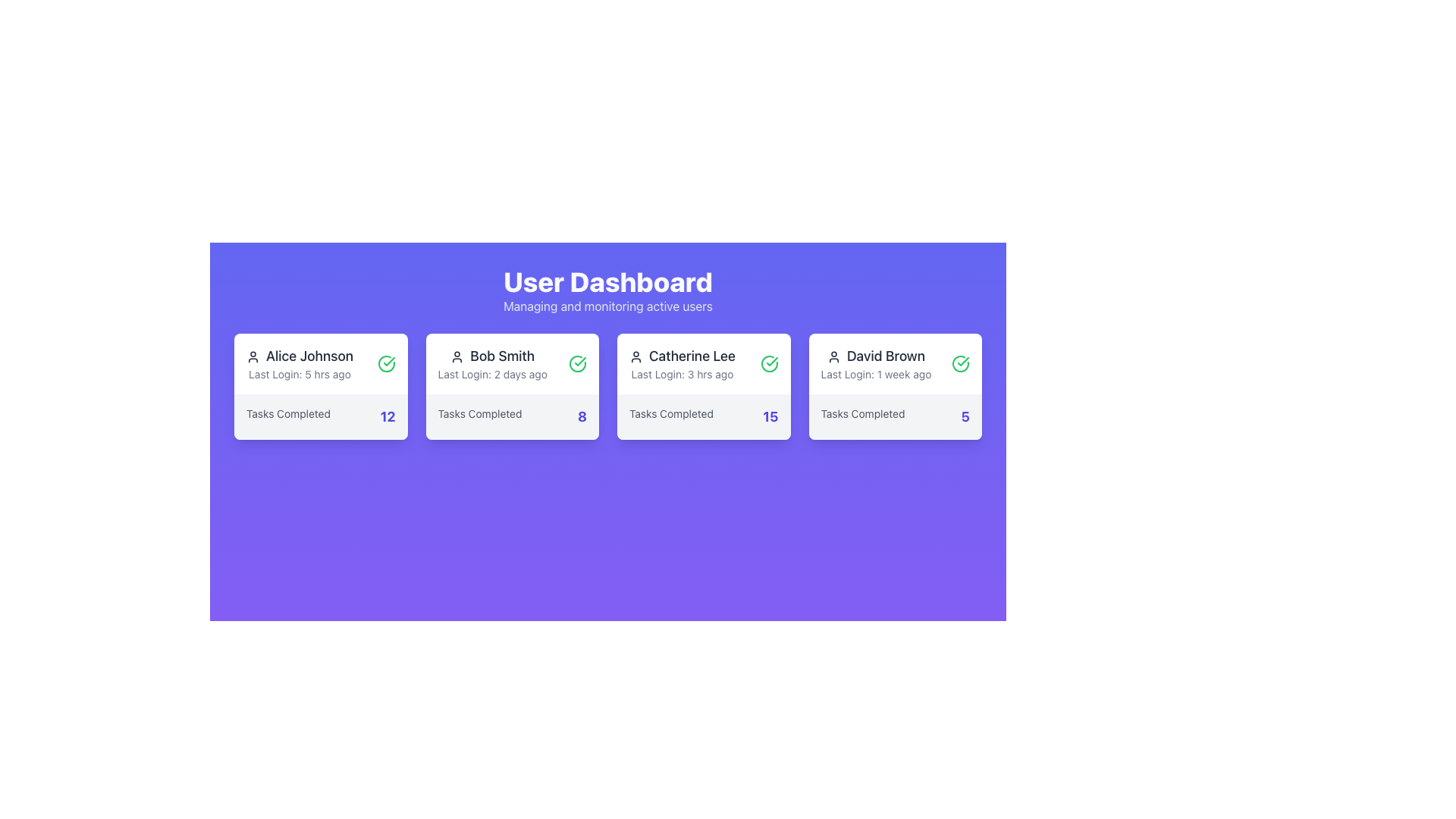 This screenshot has width=1456, height=819. What do you see at coordinates (320, 417) in the screenshot?
I see `the Static Information Display element that shows 'Tasks Completed 12', located at the bottom of Alice Johnson's card` at bounding box center [320, 417].